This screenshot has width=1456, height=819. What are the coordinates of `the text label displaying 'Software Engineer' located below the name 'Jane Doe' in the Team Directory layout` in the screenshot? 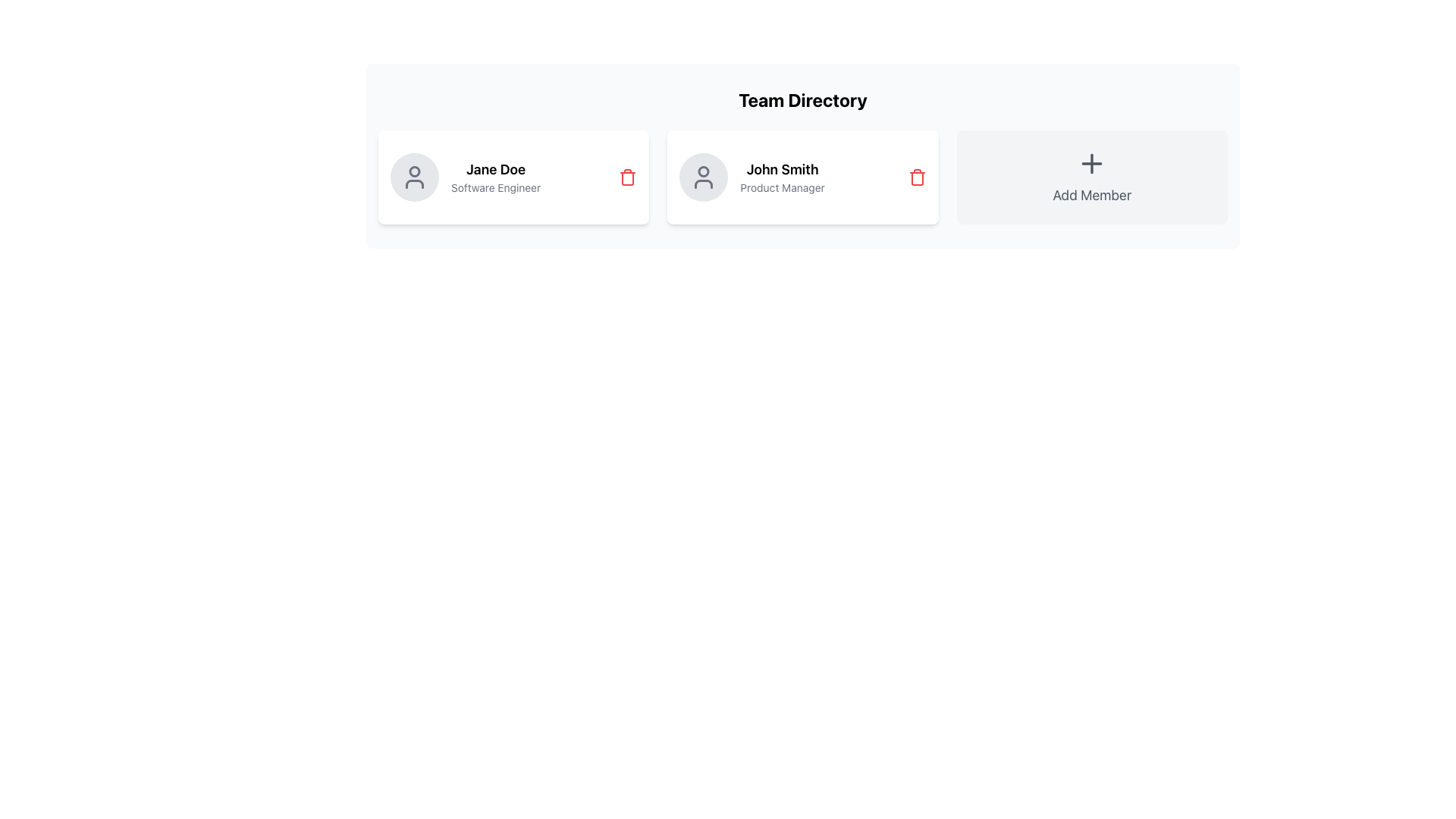 It's located at (496, 187).